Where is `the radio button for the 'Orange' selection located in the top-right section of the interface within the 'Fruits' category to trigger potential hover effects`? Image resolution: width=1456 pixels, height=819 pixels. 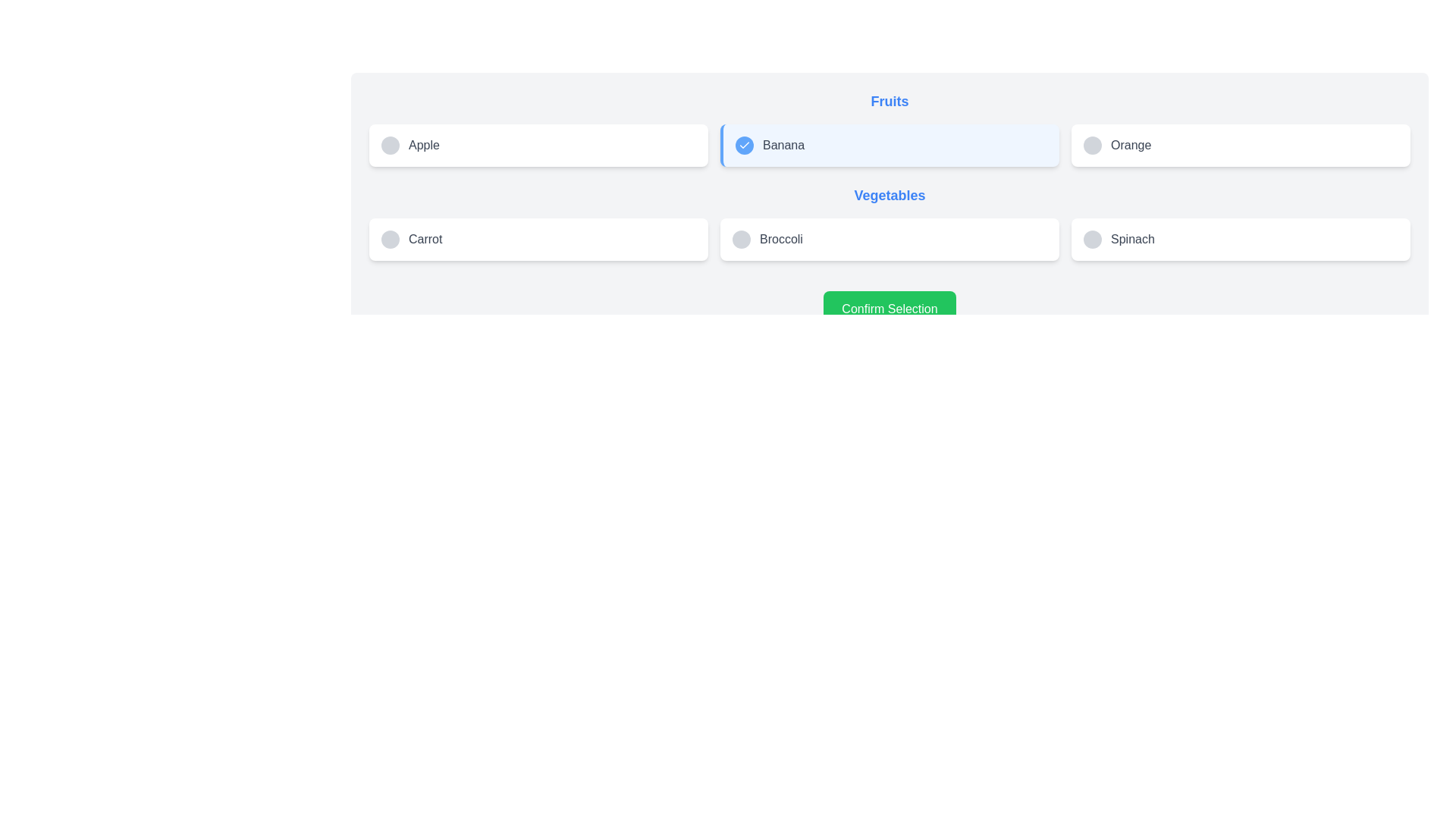
the radio button for the 'Orange' selection located in the top-right section of the interface within the 'Fruits' category to trigger potential hover effects is located at coordinates (1092, 146).